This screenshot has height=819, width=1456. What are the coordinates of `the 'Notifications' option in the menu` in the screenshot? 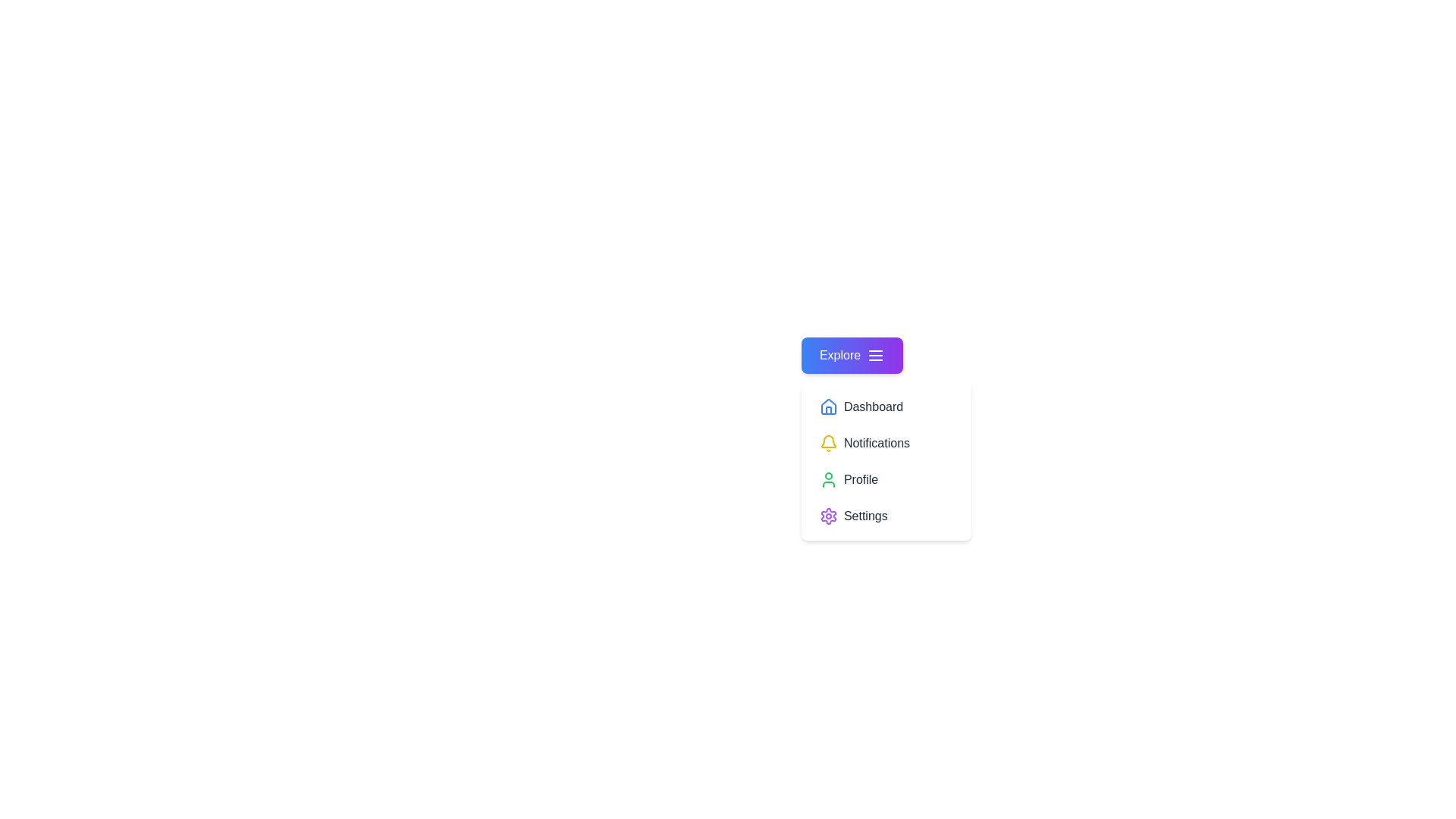 It's located at (886, 444).